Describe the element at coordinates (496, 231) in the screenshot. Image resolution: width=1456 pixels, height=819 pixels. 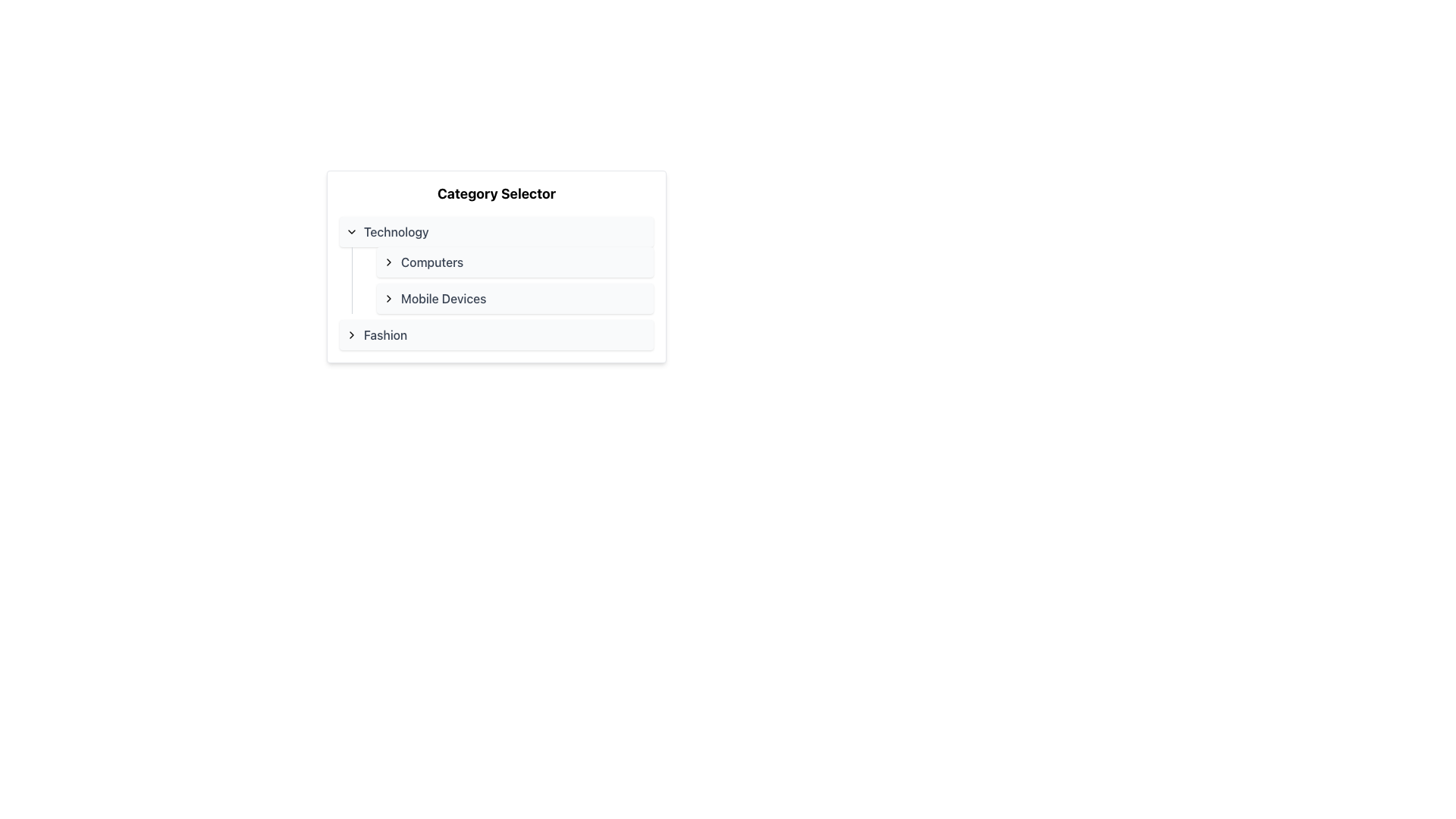
I see `the category selector button for 'Technology'` at that location.